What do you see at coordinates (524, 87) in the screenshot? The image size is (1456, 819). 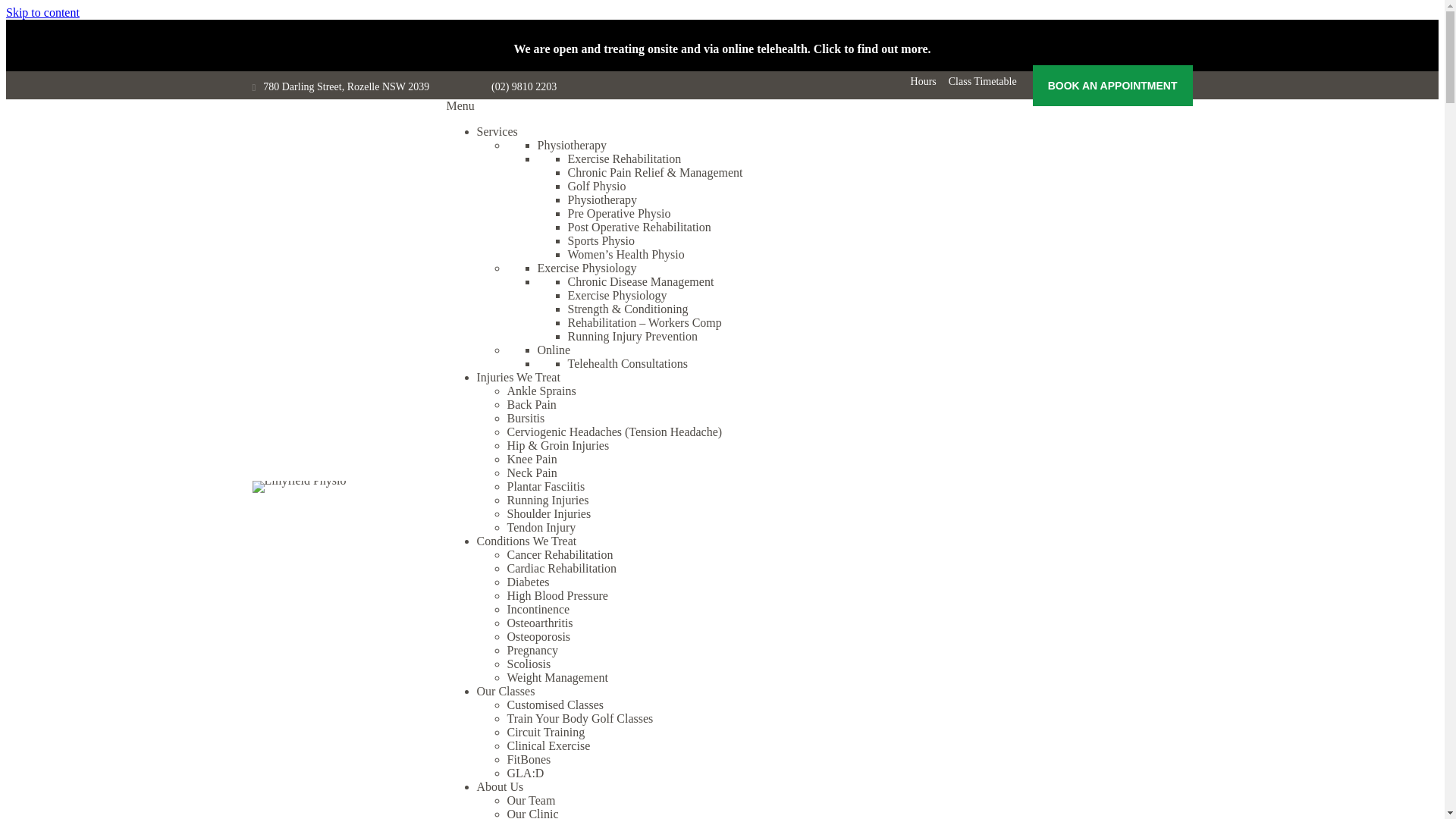 I see `'(02) 9810 2203'` at bounding box center [524, 87].